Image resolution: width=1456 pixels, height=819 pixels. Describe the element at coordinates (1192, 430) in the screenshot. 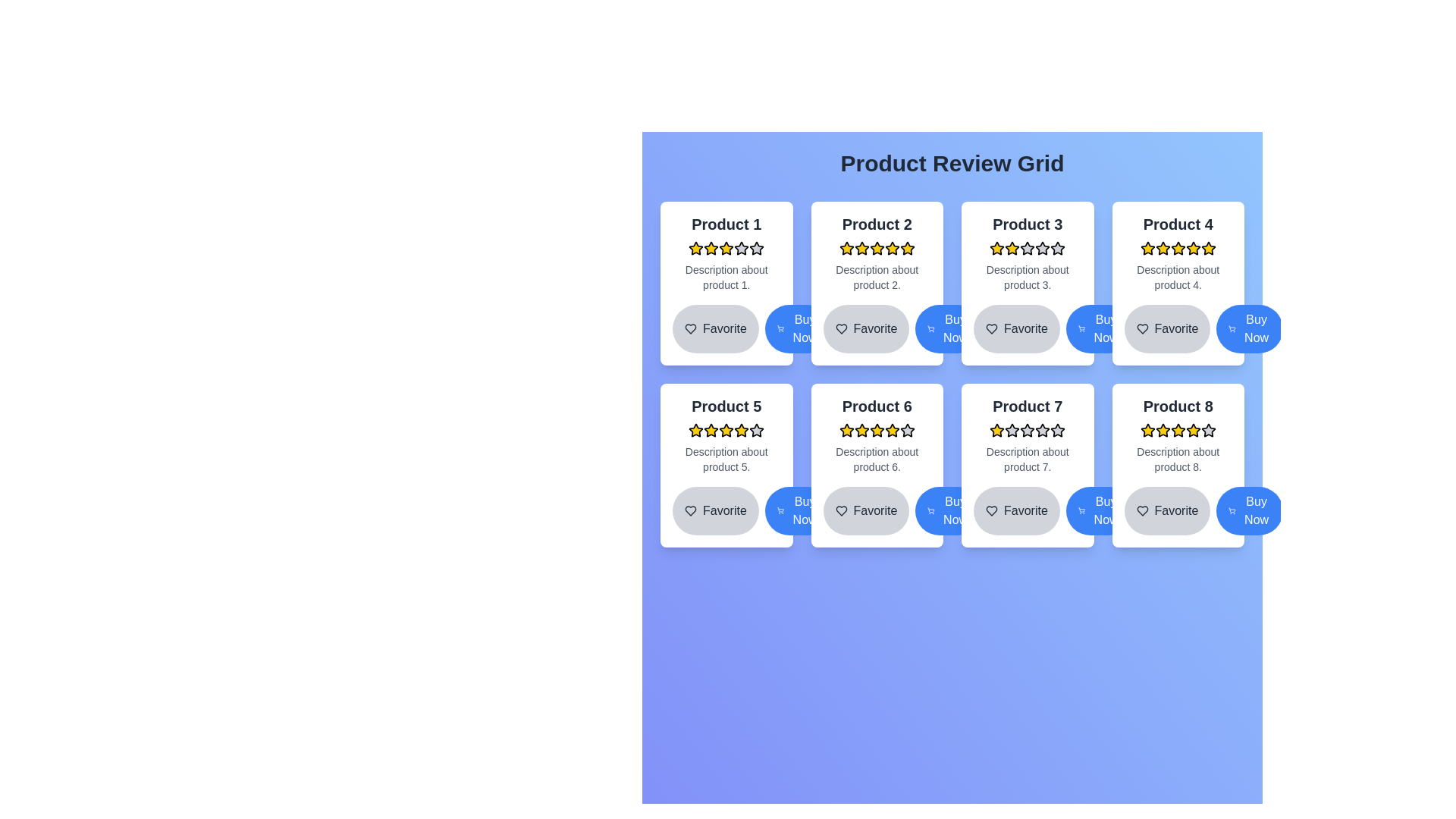

I see `the fourth star icon in the rating section of 'Product 8' to modify the rating` at that location.